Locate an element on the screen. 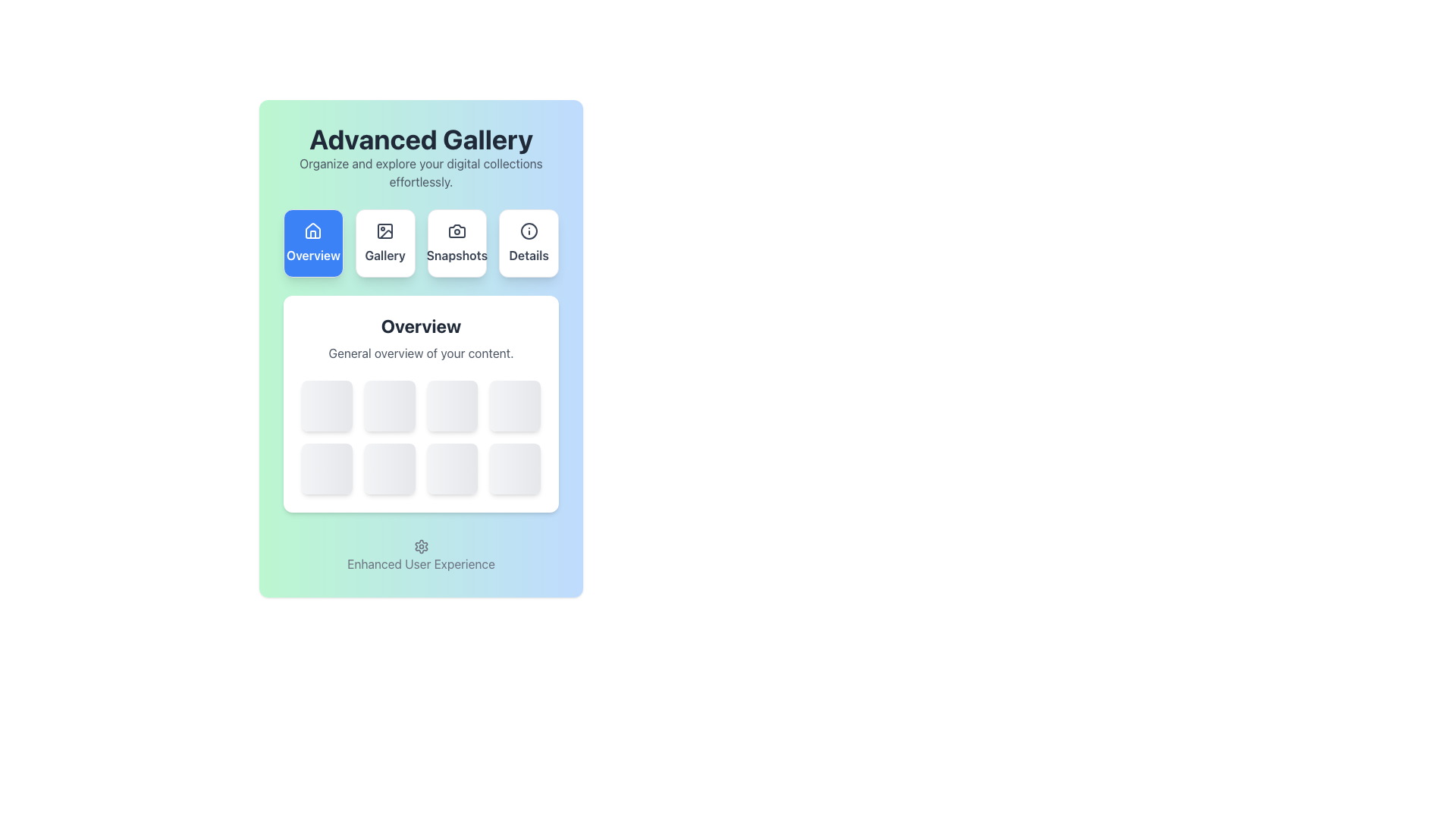 This screenshot has width=1456, height=819. the 'Snapshots' button, which is the third button in a four-column layout, located between the 'Gallery' and 'Details' buttons, to activate hover effects is located at coordinates (456, 242).